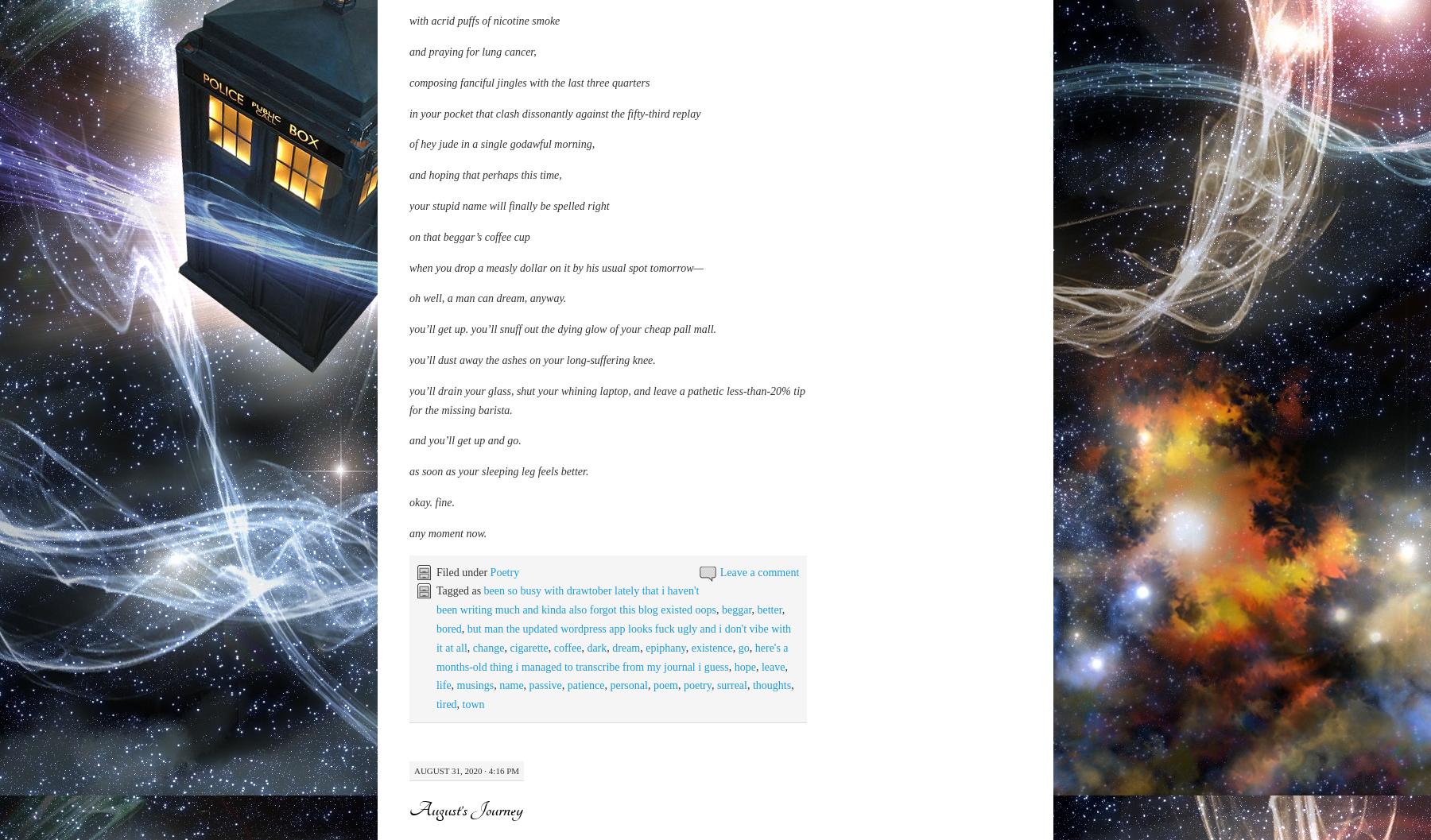 This screenshot has height=840, width=1431. I want to click on 'tomorrow—', so click(676, 412).